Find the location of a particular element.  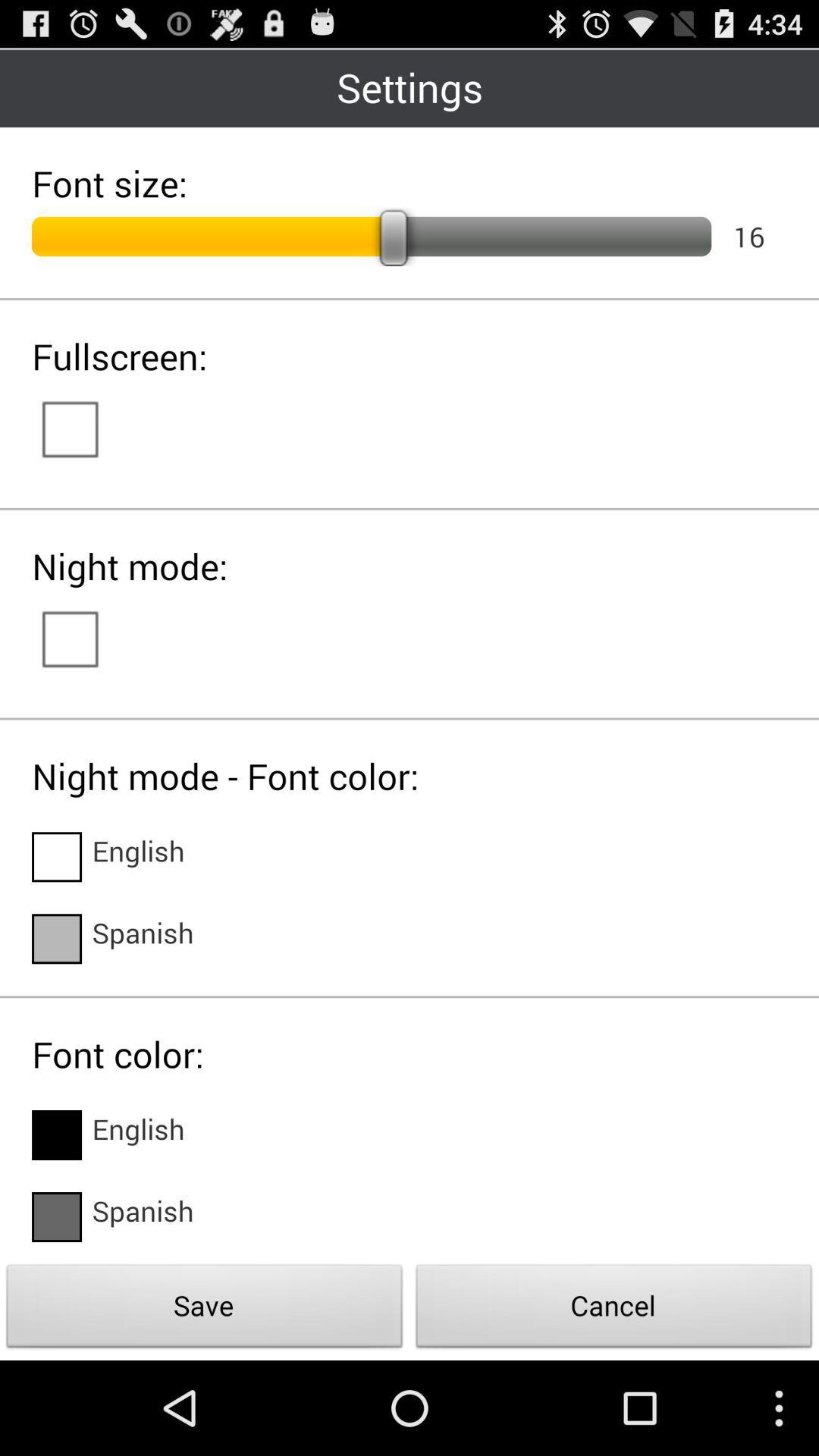

language is located at coordinates (55, 1135).